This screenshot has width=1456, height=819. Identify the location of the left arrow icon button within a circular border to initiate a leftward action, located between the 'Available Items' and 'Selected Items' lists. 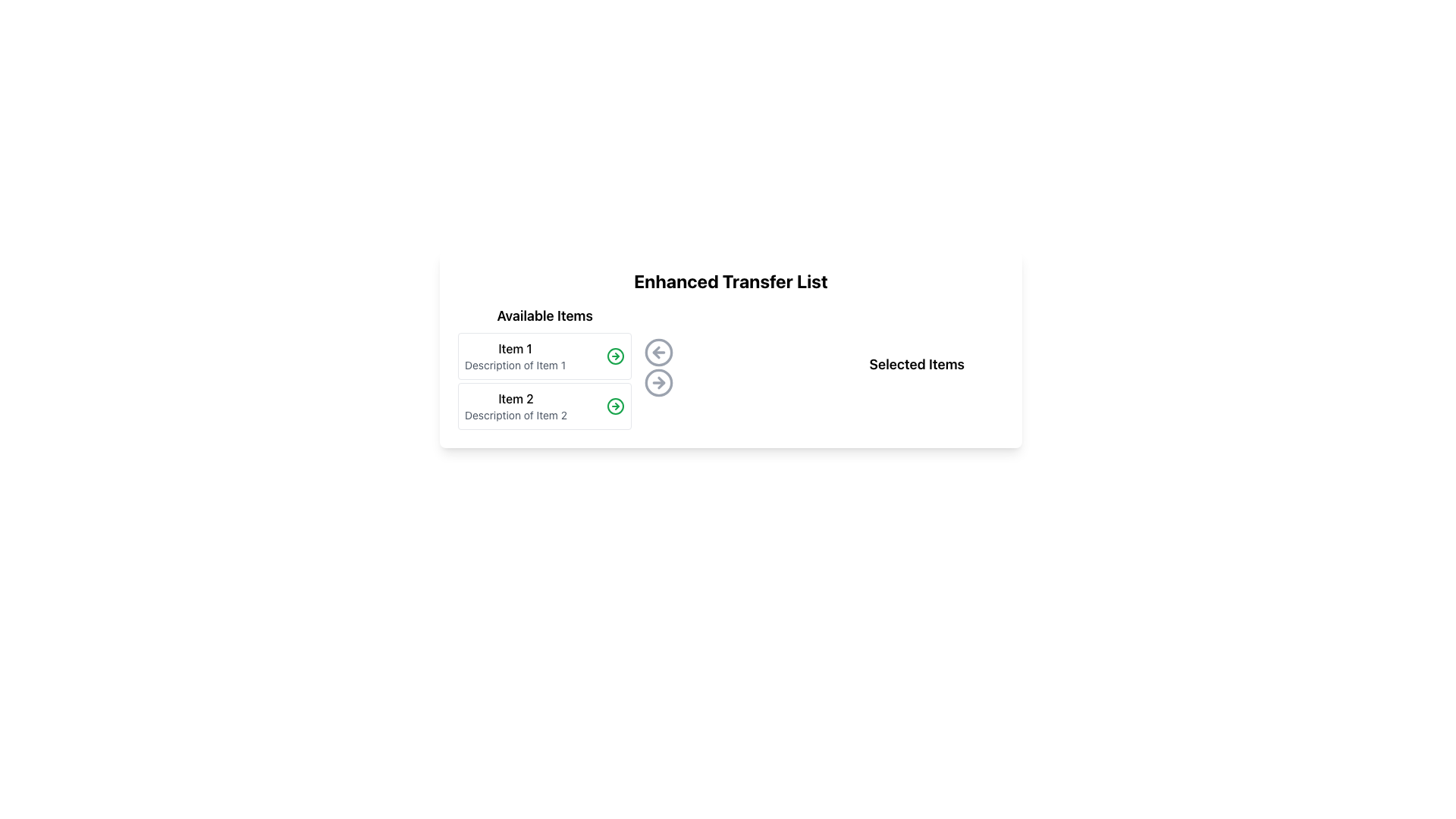
(656, 353).